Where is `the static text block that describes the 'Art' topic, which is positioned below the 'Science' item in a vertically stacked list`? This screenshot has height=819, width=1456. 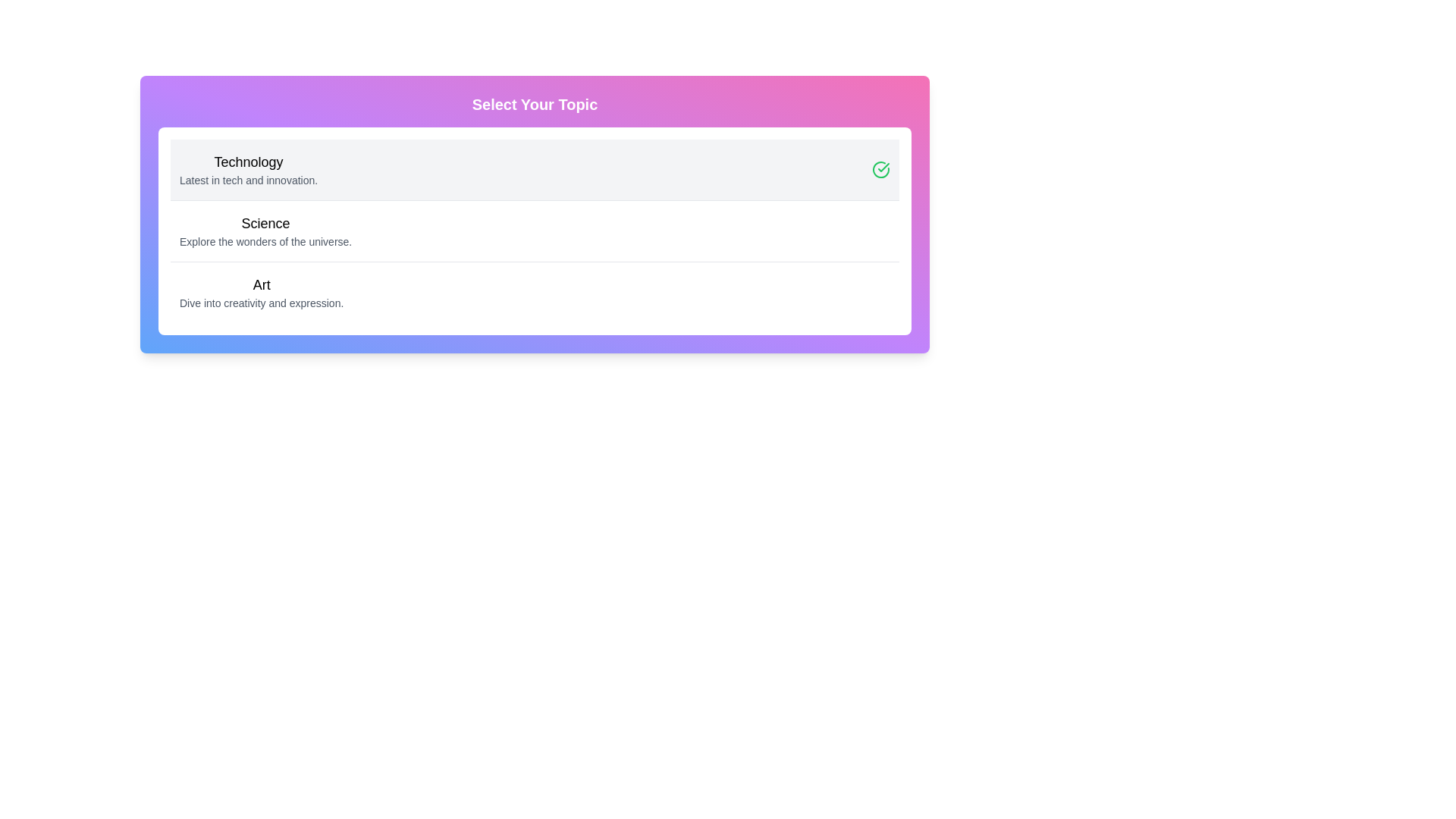
the static text block that describes the 'Art' topic, which is positioned below the 'Science' item in a vertically stacked list is located at coordinates (262, 292).